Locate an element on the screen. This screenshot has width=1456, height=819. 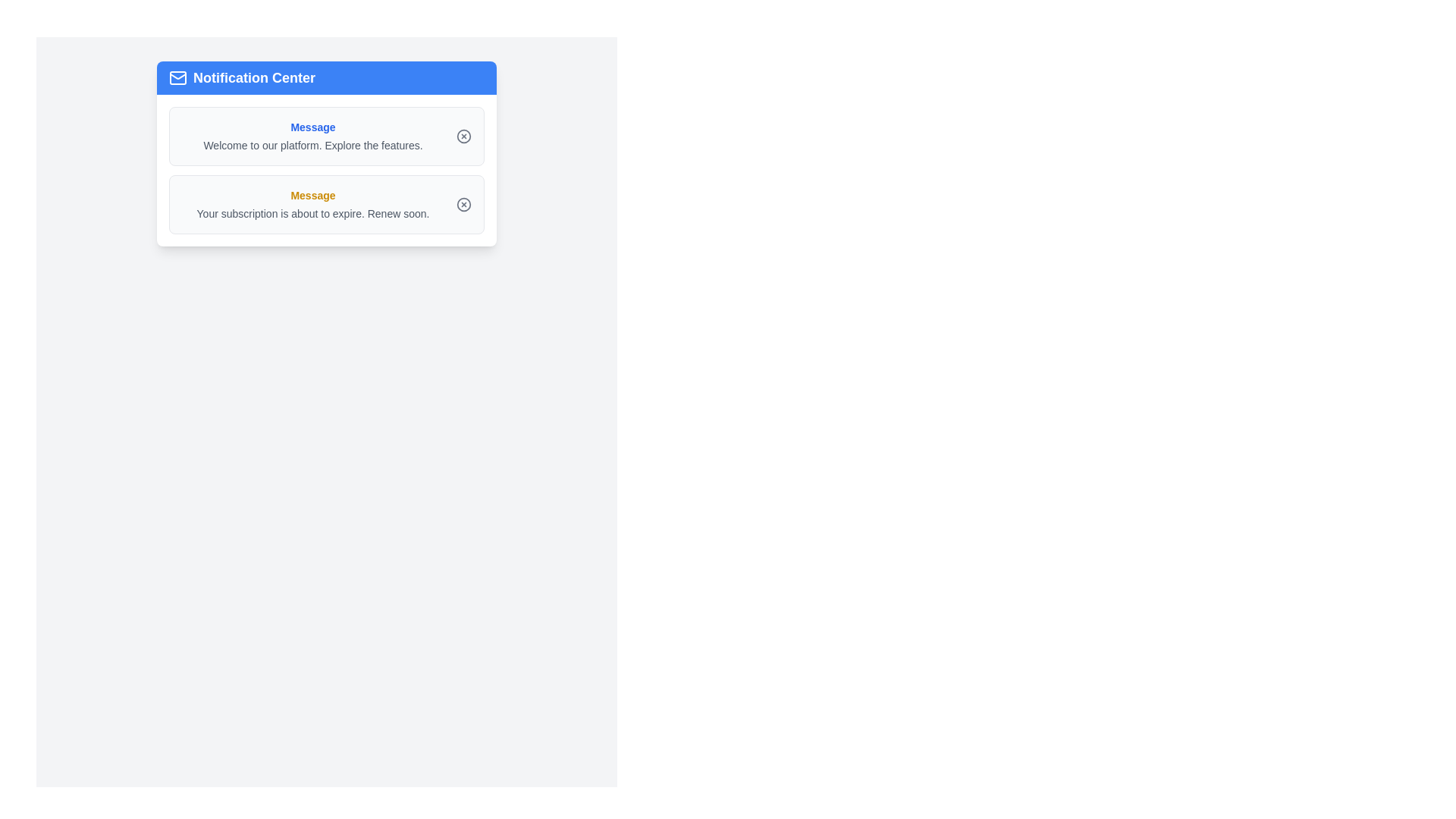
text-based notification message informing the user about their subscription nearing expiration, located in the Notification Center under the title 'Message' in yellow is located at coordinates (312, 213).